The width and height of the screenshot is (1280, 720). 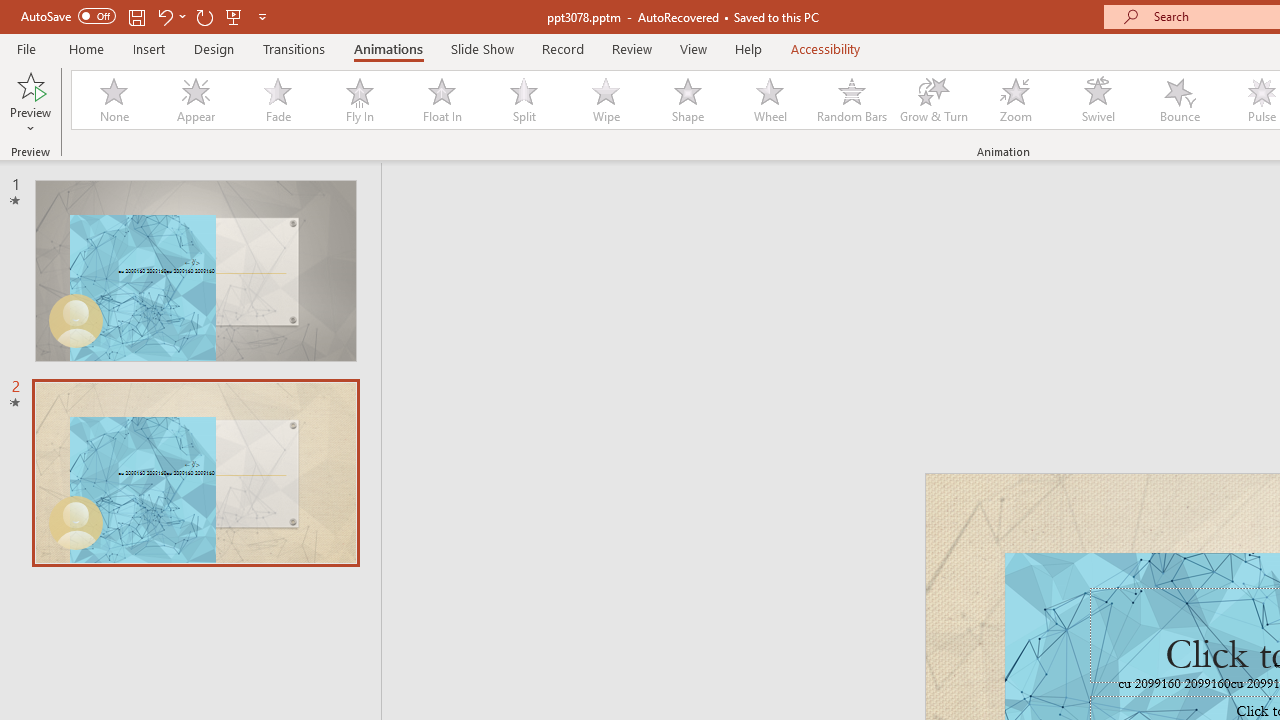 What do you see at coordinates (769, 100) in the screenshot?
I see `'Wheel'` at bounding box center [769, 100].